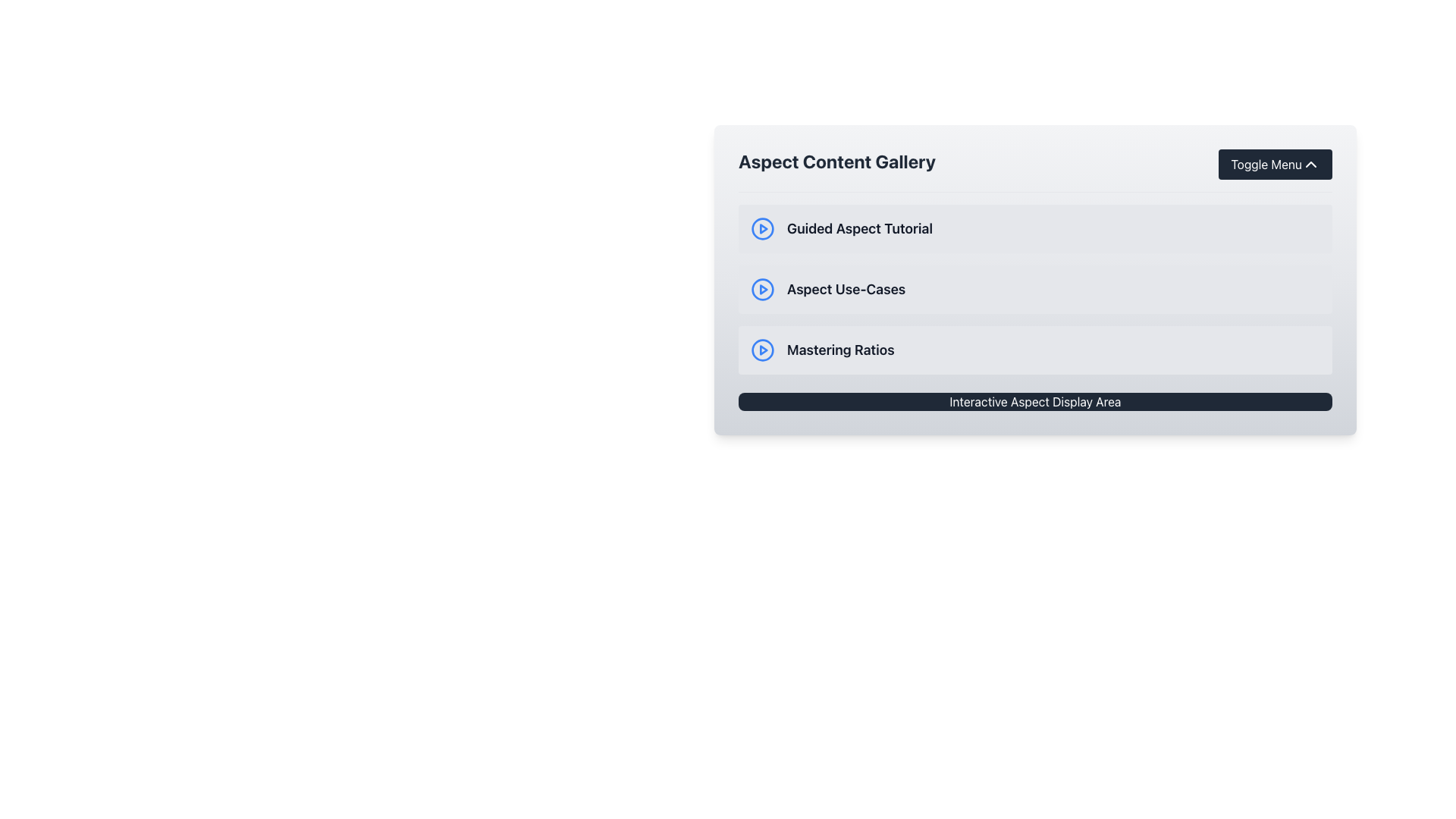  What do you see at coordinates (1034, 289) in the screenshot?
I see `the clickable button labeled 'Aspect Use-Cases' which is the second item in the list within the 'Aspect Content Gallery' panel` at bounding box center [1034, 289].